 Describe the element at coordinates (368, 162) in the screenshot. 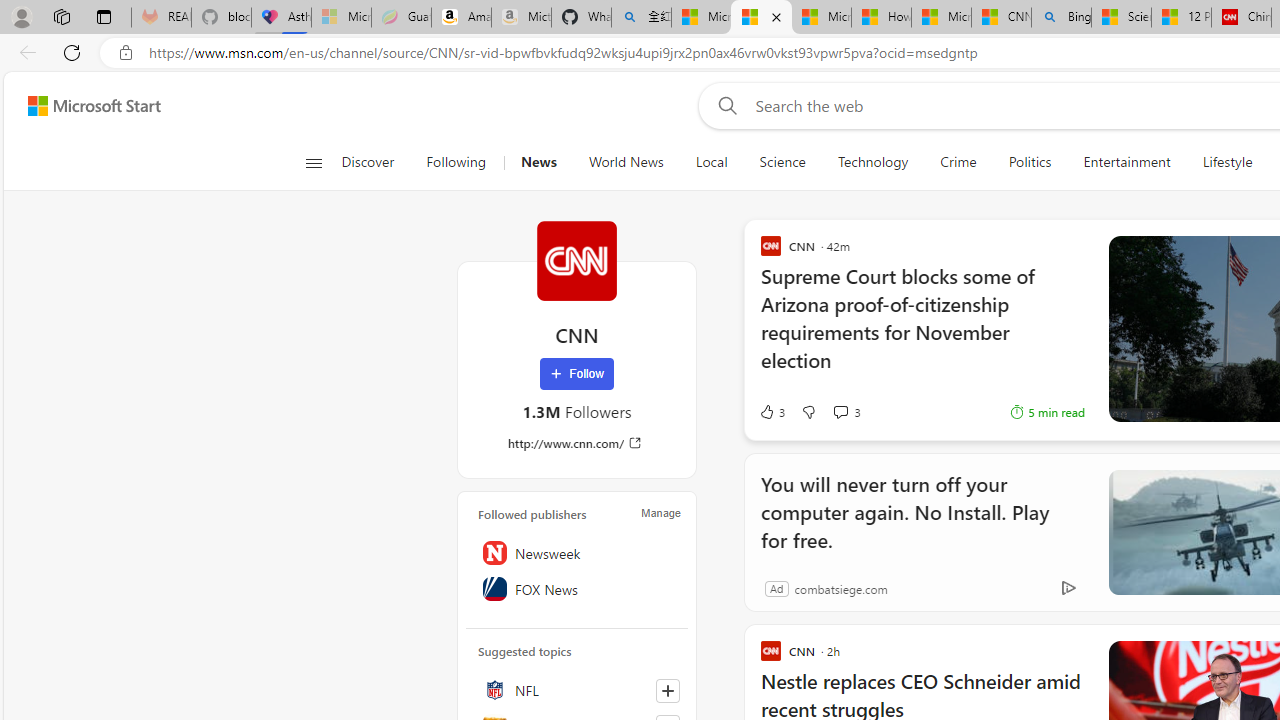

I see `'Discover'` at that location.